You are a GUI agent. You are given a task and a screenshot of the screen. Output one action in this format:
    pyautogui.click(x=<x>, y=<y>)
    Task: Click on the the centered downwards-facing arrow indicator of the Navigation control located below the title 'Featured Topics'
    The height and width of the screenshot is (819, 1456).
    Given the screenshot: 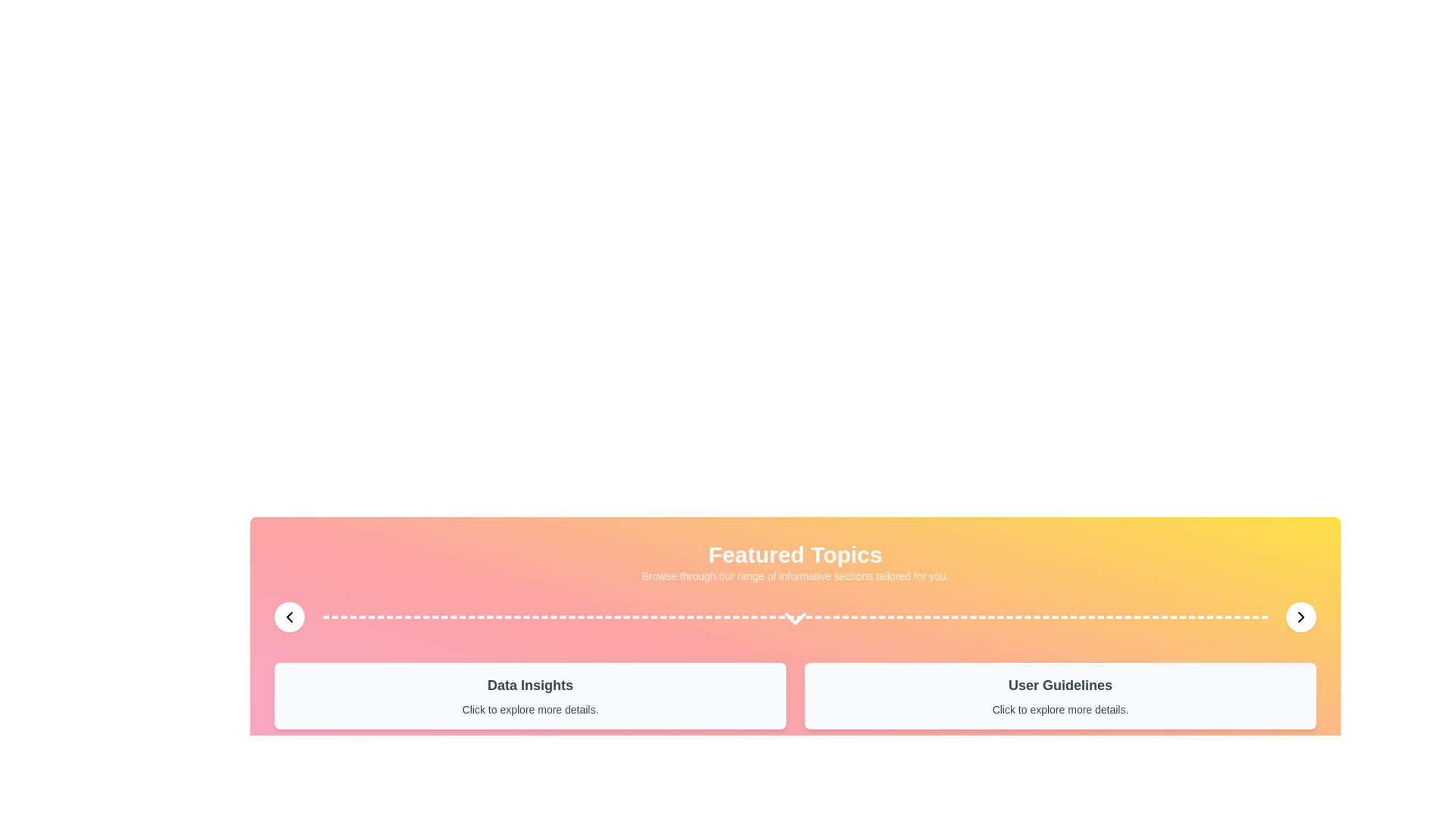 What is the action you would take?
    pyautogui.click(x=795, y=617)
    